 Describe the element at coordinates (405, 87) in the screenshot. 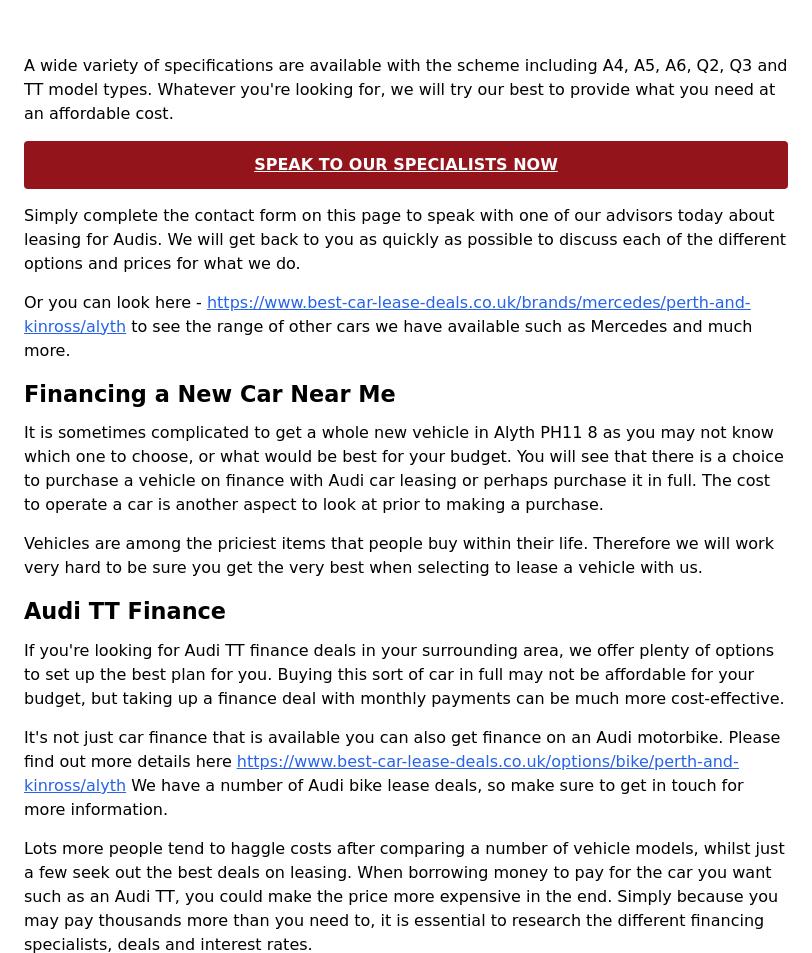

I see `'A wide variety of specifications are available with the scheme including A4, A5, A6, Q2, Q3 and TT model types. Whatever you're looking for, we will try our best to provide what you need at an affordable cost.'` at that location.